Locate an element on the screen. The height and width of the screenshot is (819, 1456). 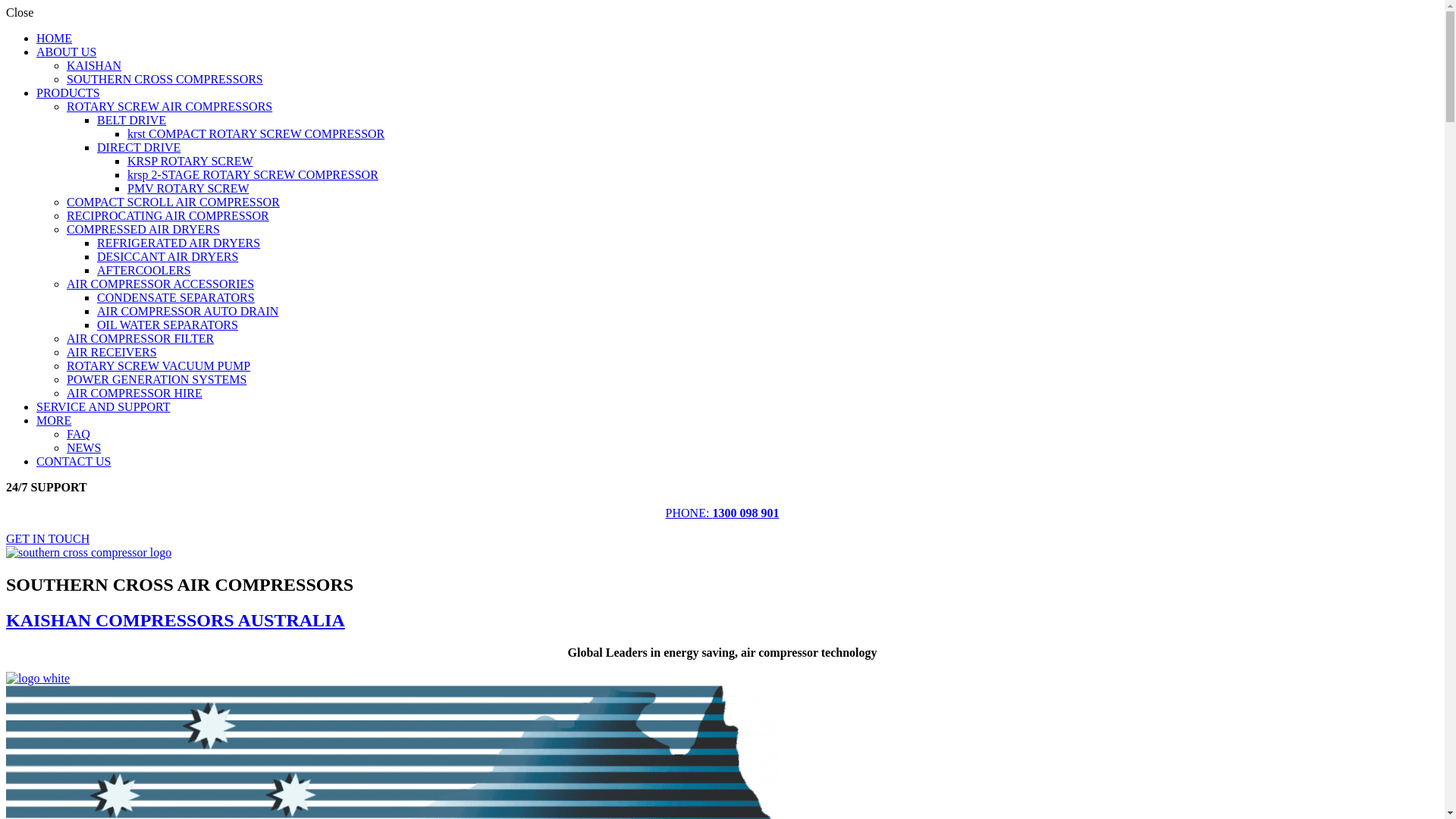
'KRSP ROTARY SCREW' is located at coordinates (189, 161).